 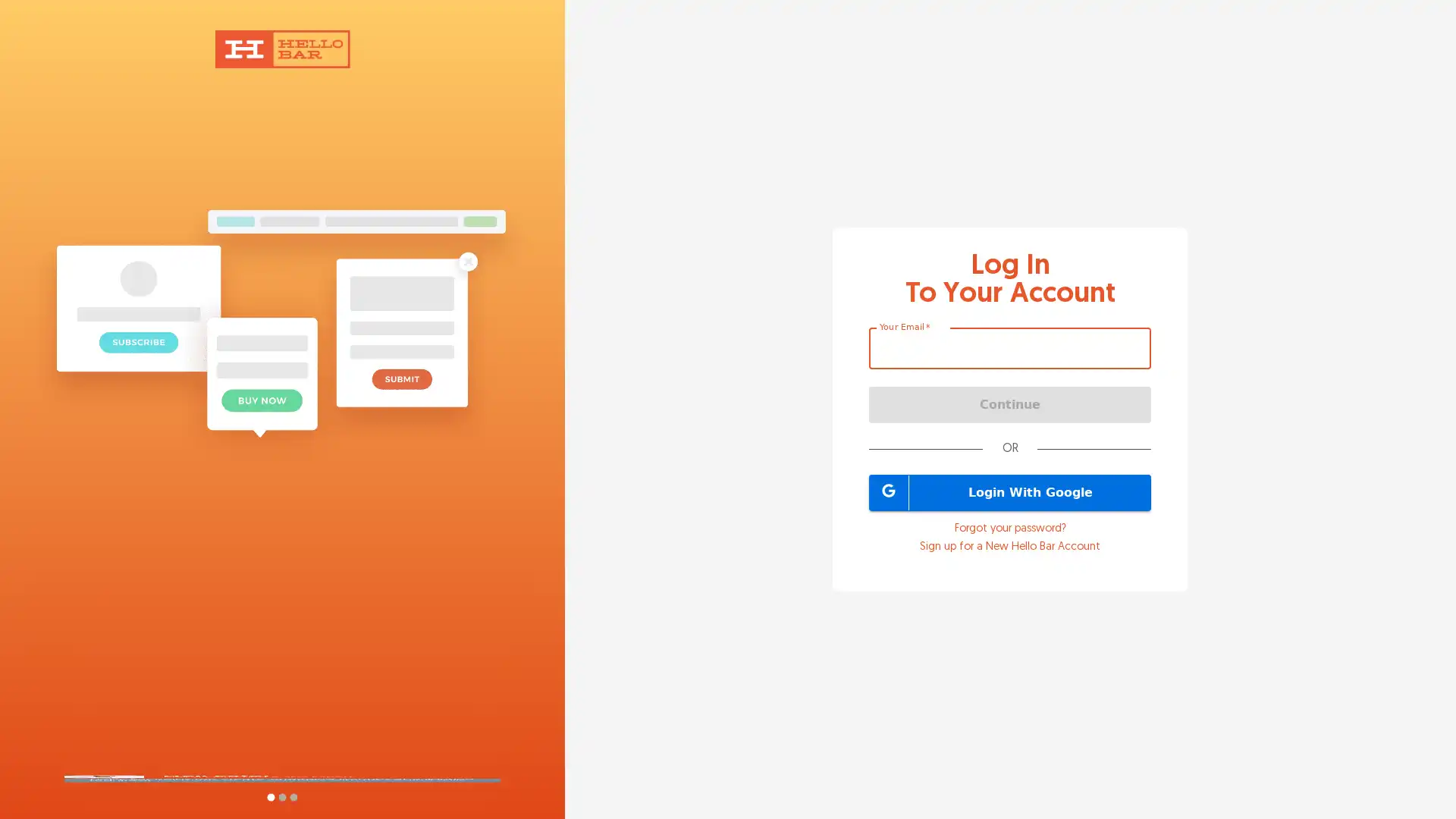 What do you see at coordinates (281, 796) in the screenshot?
I see `carousel indicator 2` at bounding box center [281, 796].